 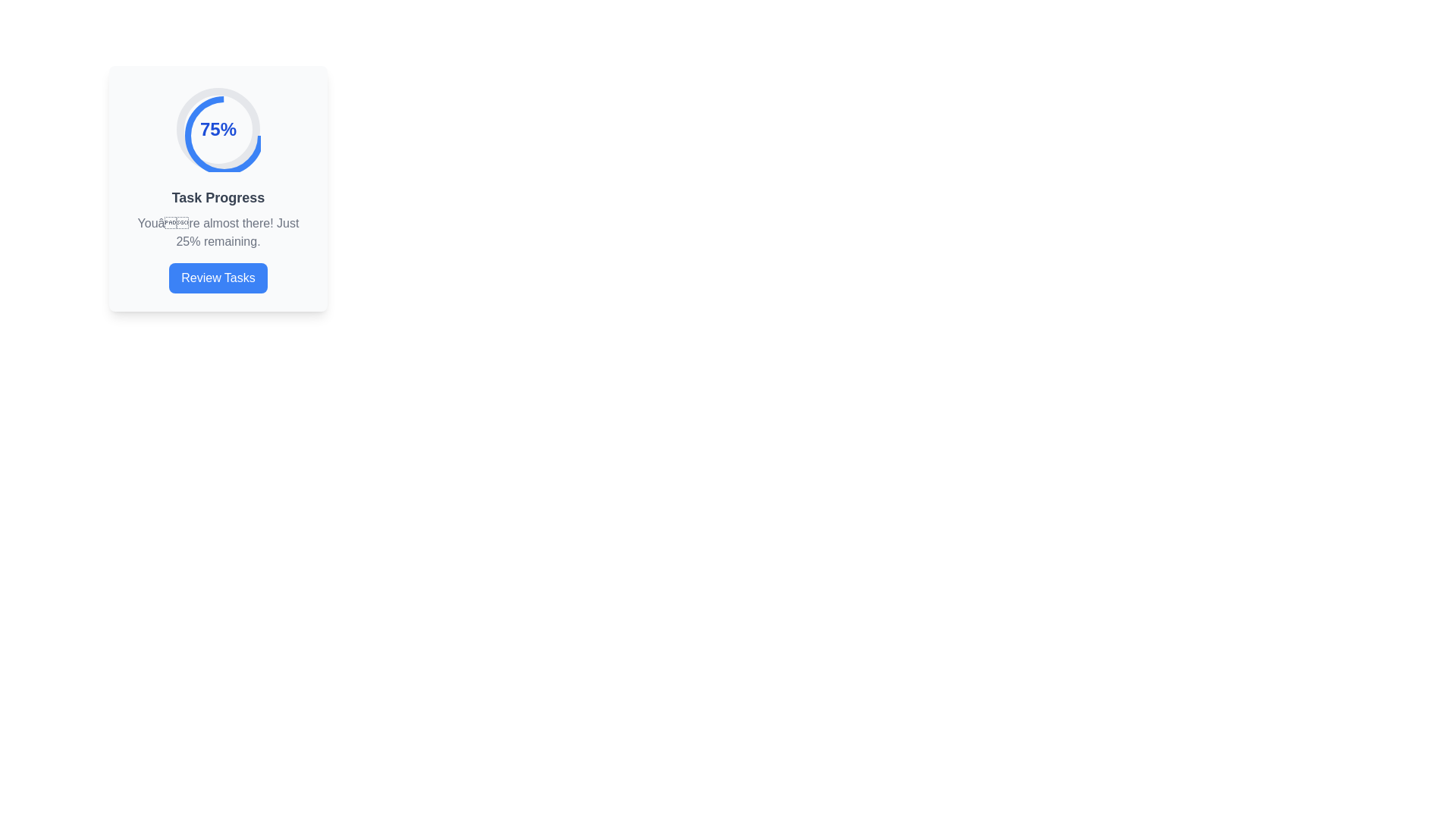 I want to click on the text display element that shows the progress percentage value, which is positioned at the center of a circular progress indicator, so click(x=218, y=128).